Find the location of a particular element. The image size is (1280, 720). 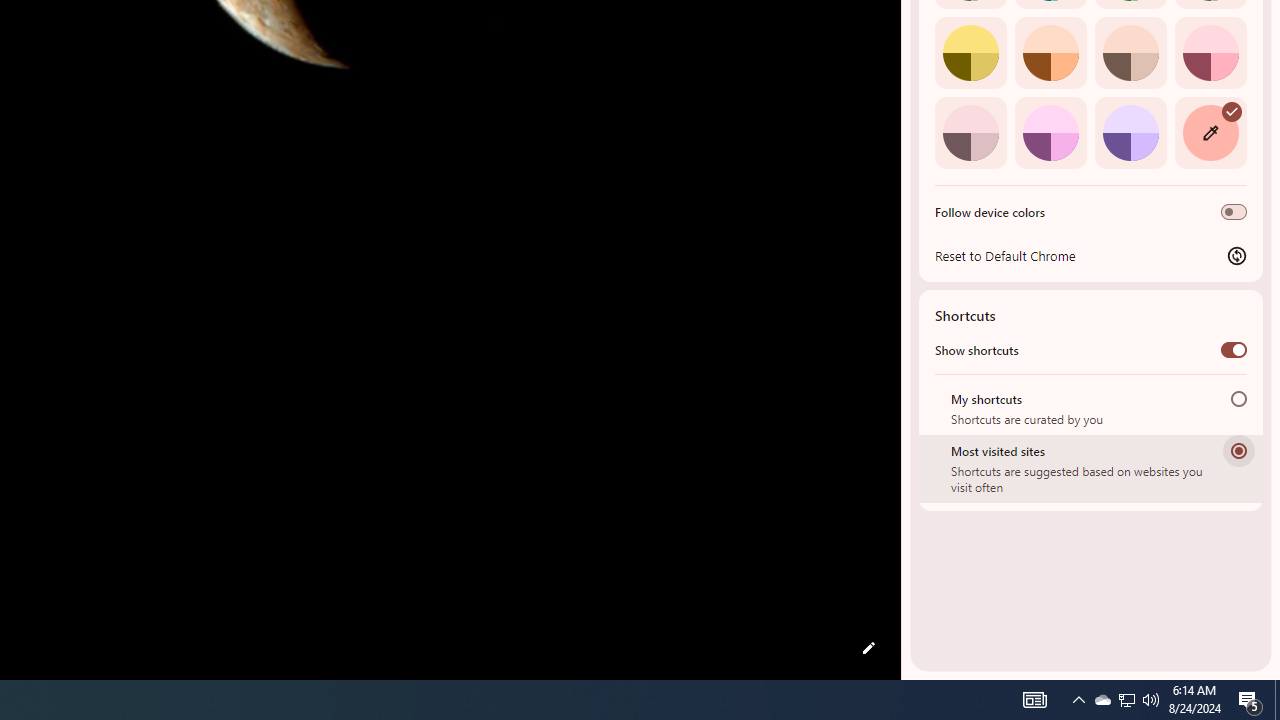

'Pink' is located at coordinates (970, 132).